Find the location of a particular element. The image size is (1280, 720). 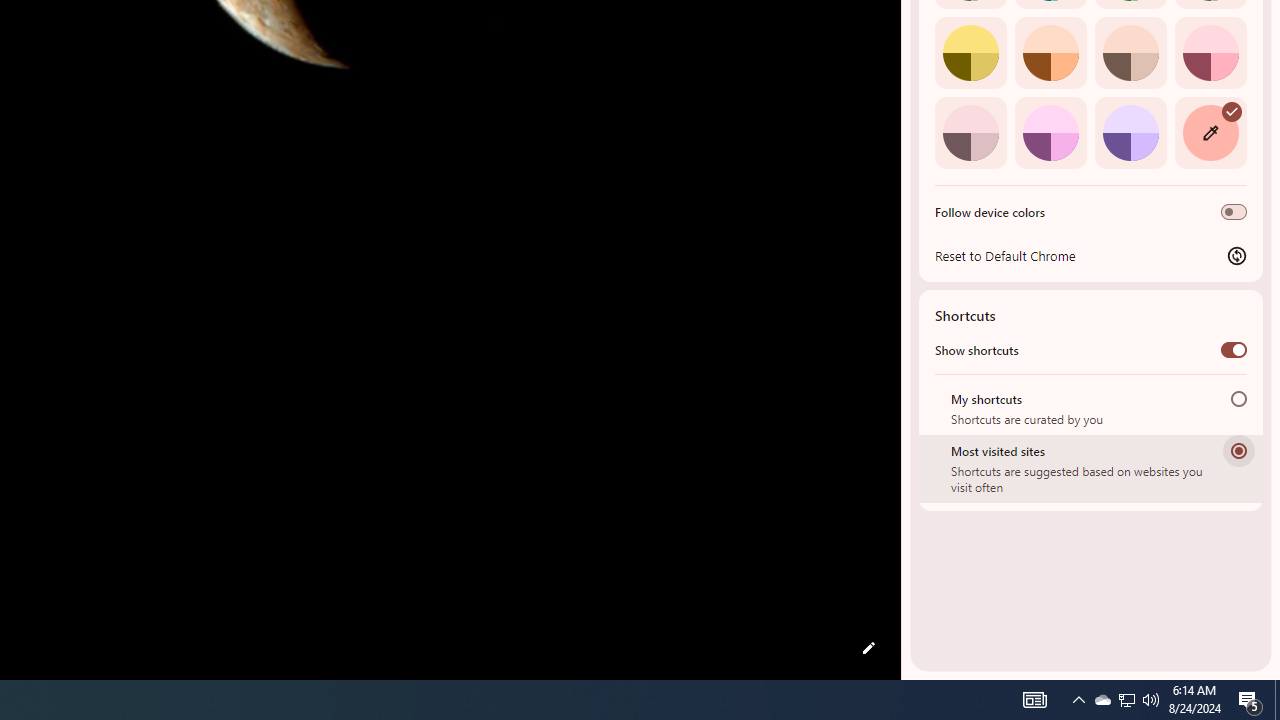

'Pink' is located at coordinates (970, 132).